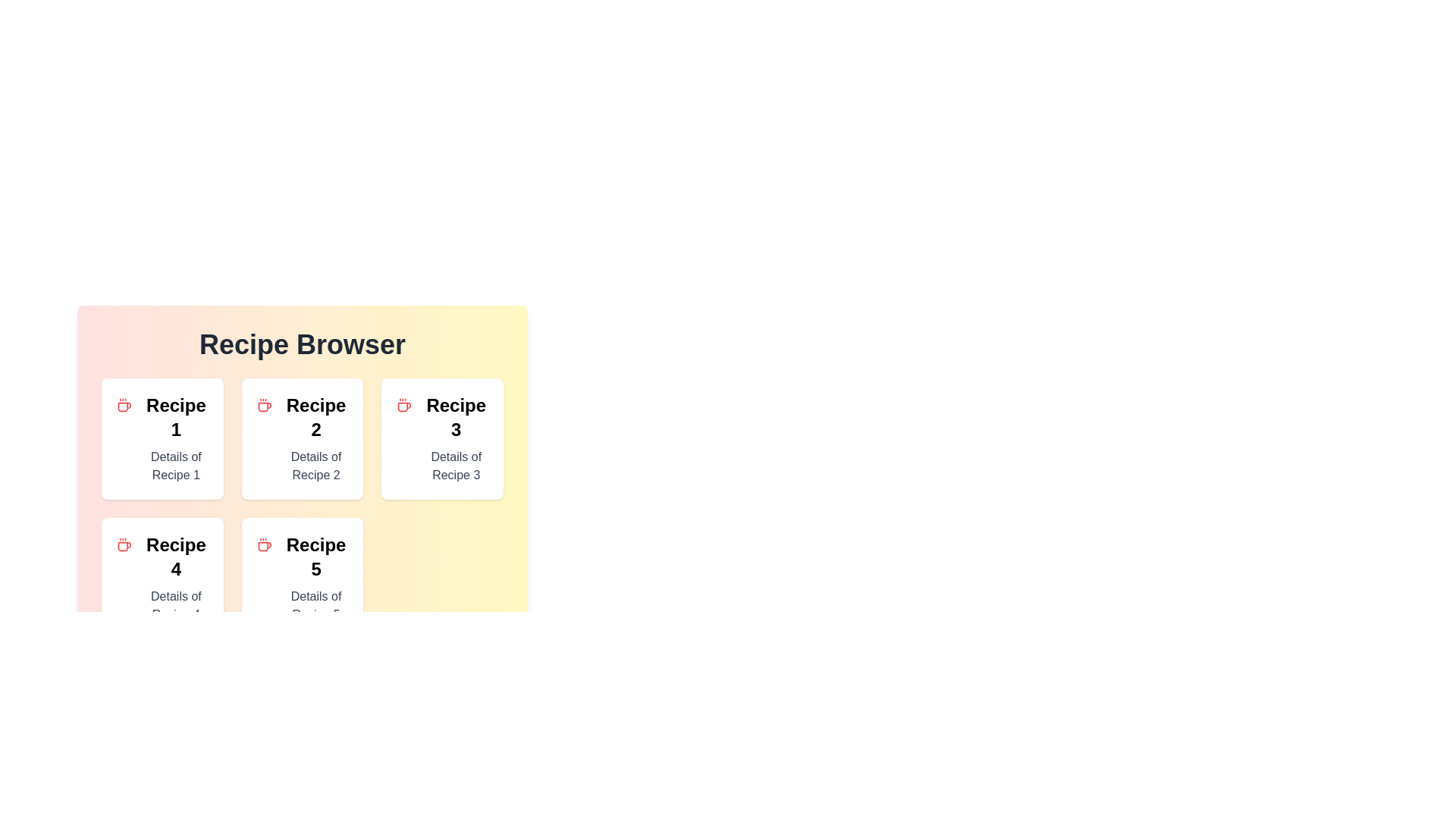 The height and width of the screenshot is (819, 1456). What do you see at coordinates (124, 544) in the screenshot?
I see `the 'Recipe' theme icon located at the top-left corner of the card labeled 'Recipe 4' in the grid layout` at bounding box center [124, 544].